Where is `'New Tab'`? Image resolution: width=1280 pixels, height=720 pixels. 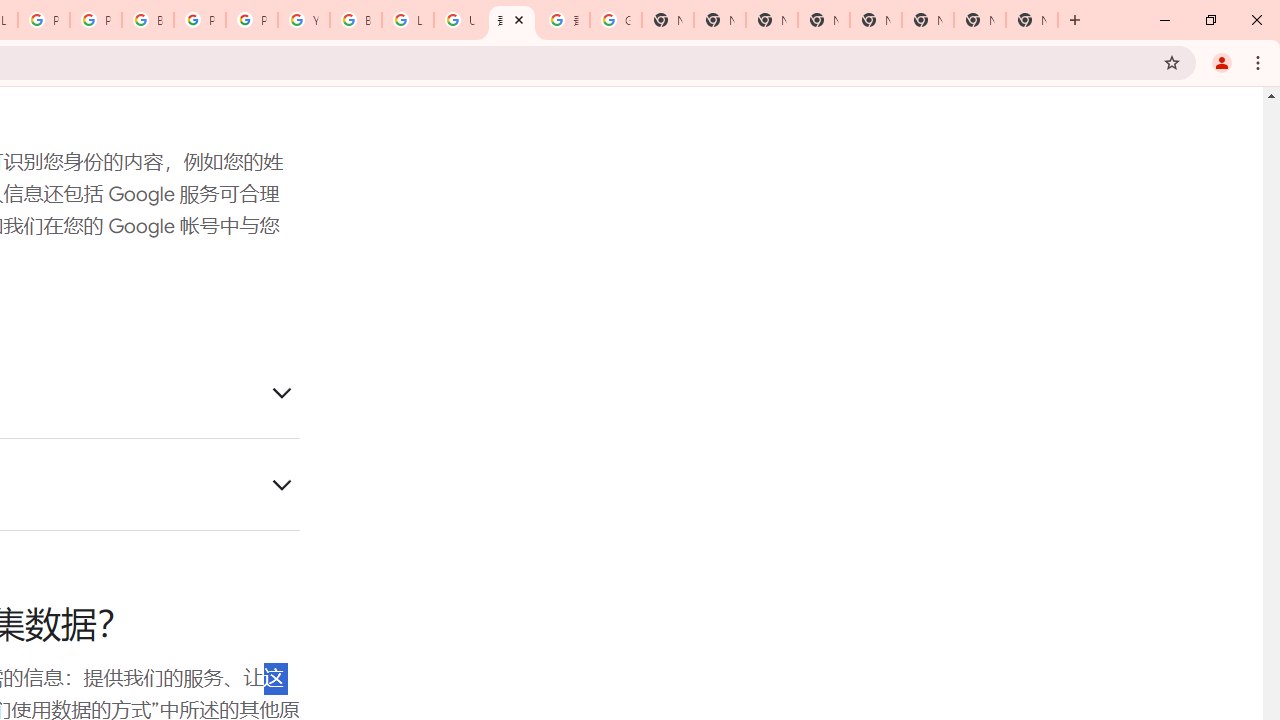 'New Tab' is located at coordinates (1032, 20).